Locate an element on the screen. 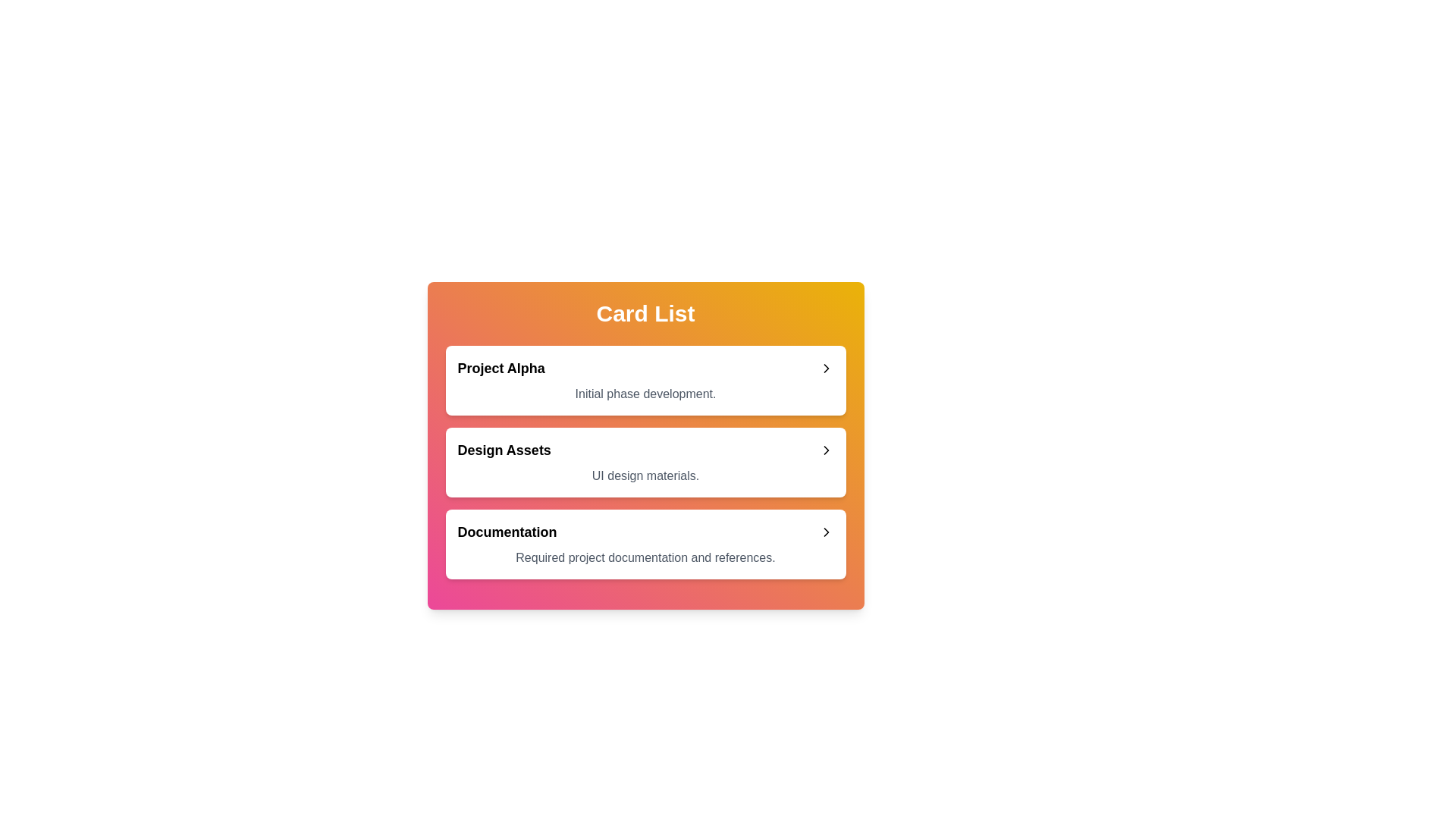 The width and height of the screenshot is (1456, 819). the card titled Design Assets to expand and read its description is located at coordinates (645, 461).